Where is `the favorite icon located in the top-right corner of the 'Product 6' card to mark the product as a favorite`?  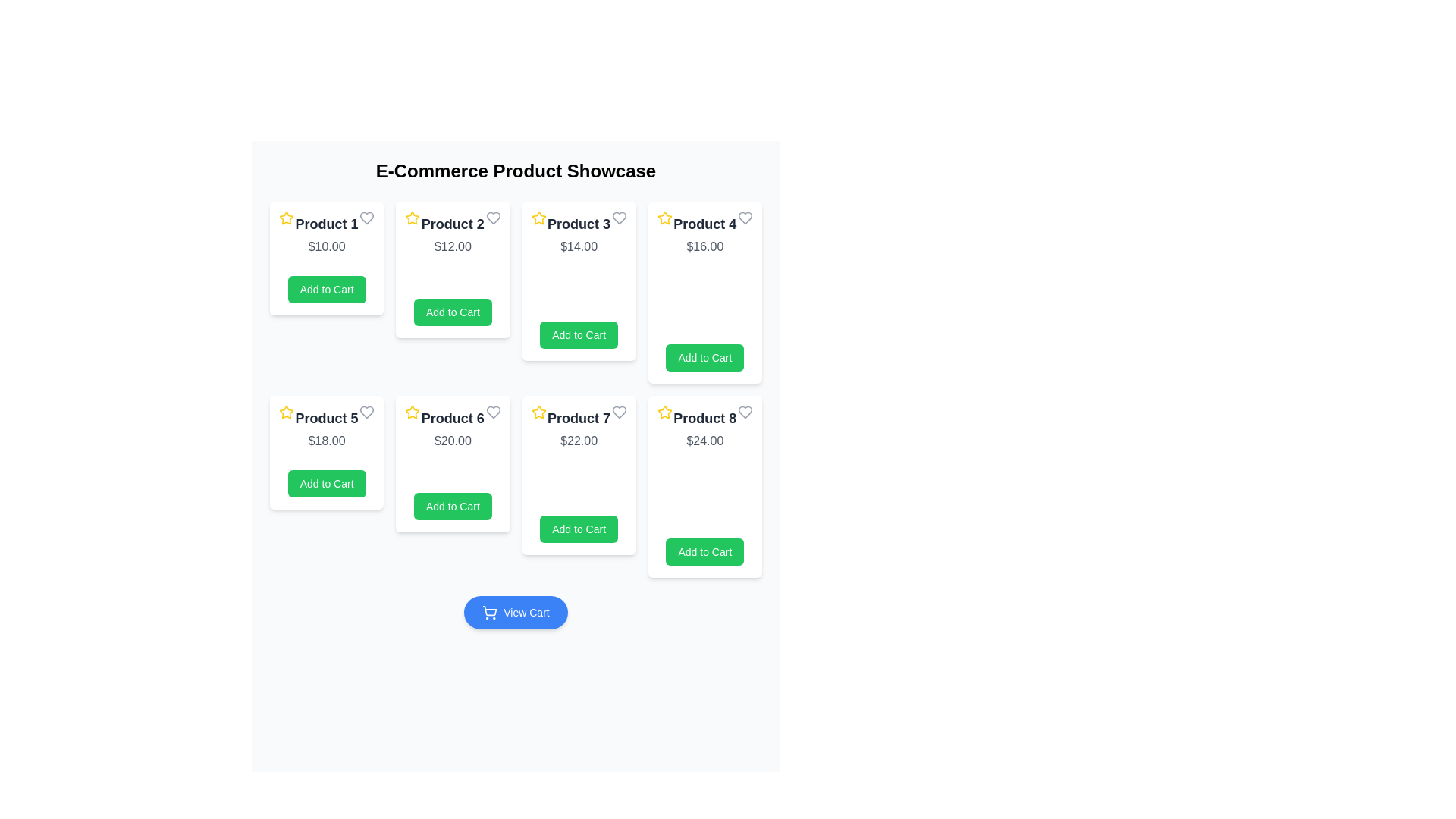
the favorite icon located in the top-right corner of the 'Product 6' card to mark the product as a favorite is located at coordinates (493, 412).